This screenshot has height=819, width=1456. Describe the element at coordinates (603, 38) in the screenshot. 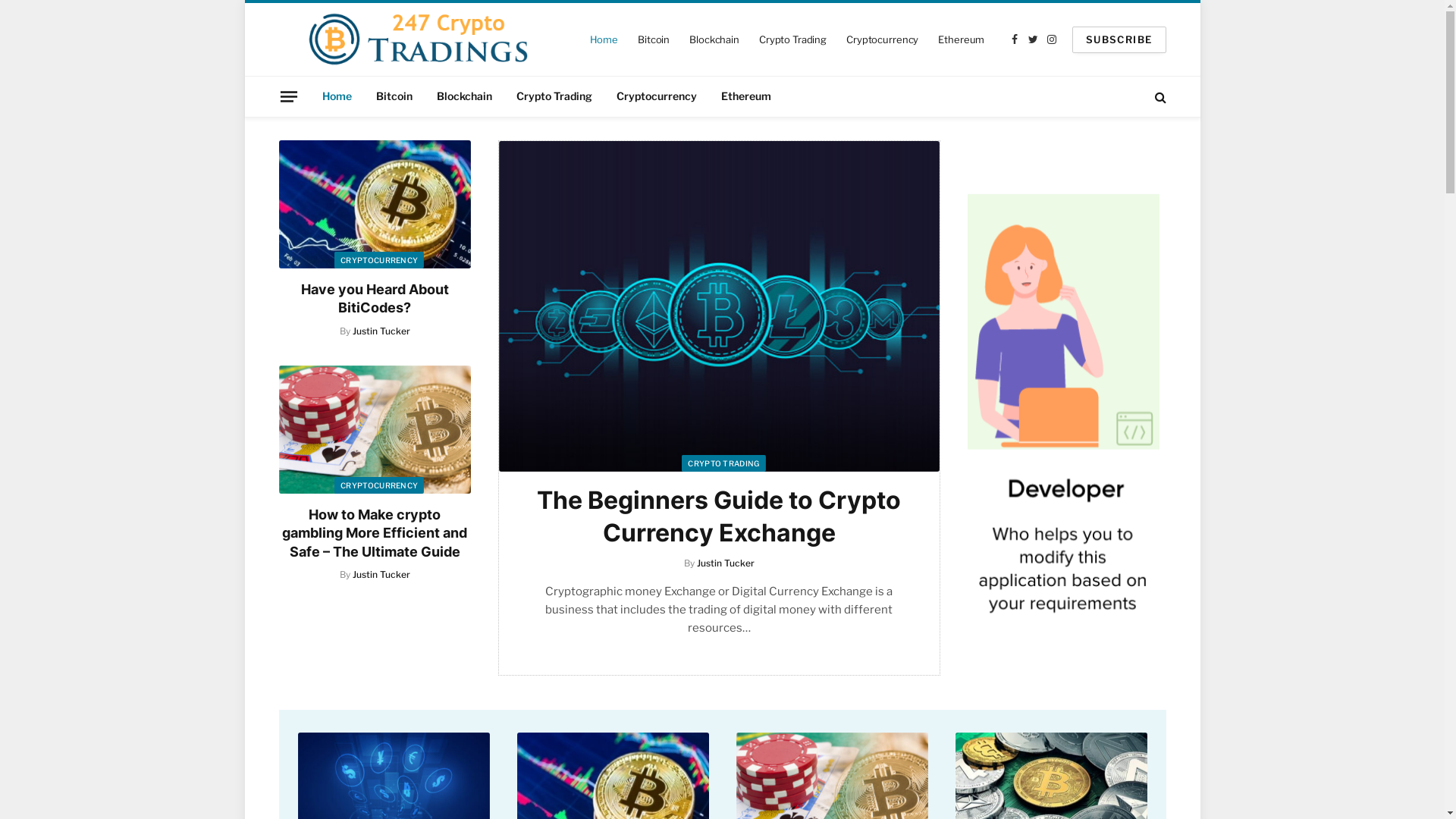

I see `'Home'` at that location.